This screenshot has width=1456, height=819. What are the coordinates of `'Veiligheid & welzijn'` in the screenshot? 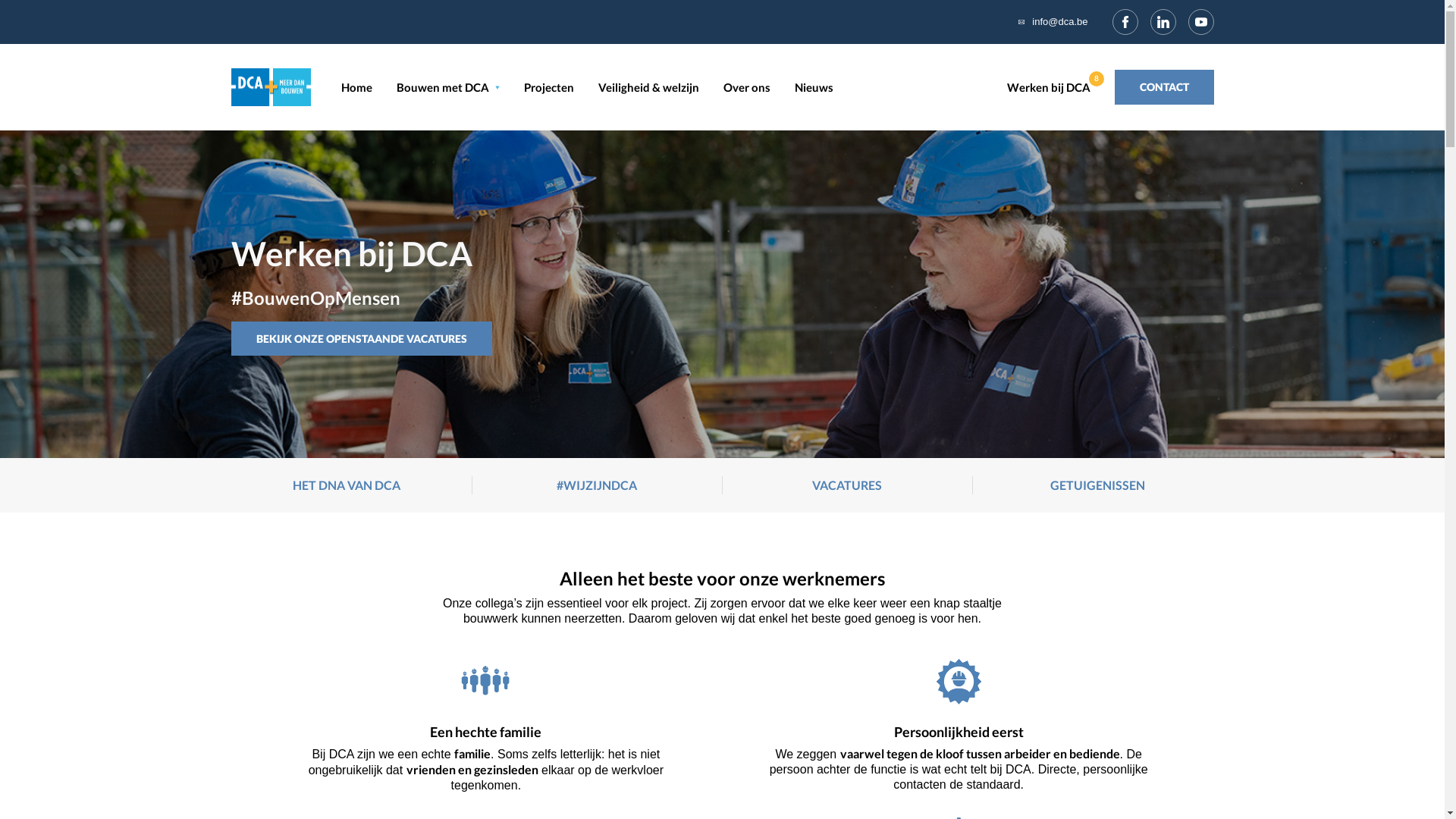 It's located at (648, 87).